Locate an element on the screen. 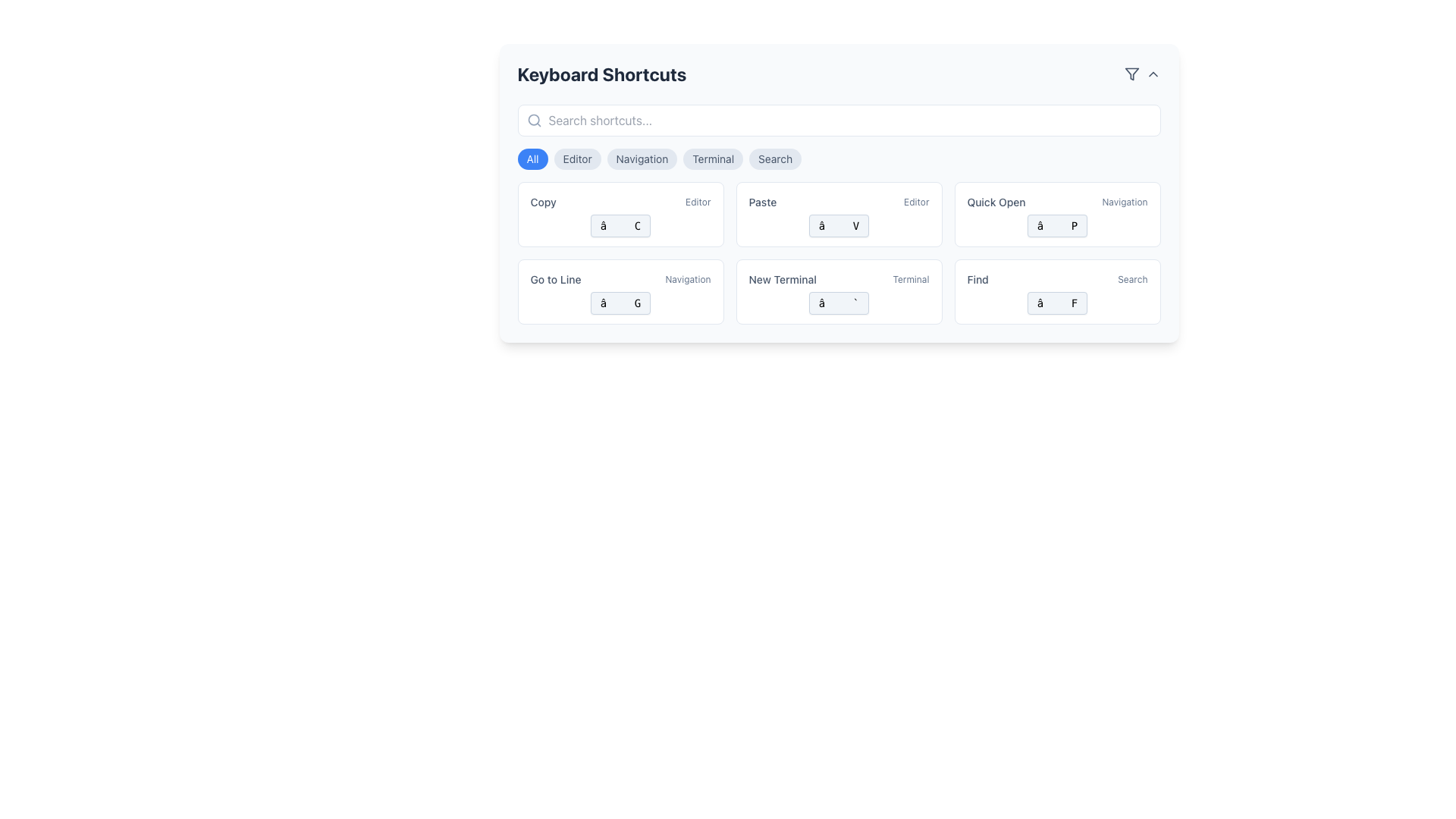 This screenshot has height=819, width=1456. the static text label element displaying 'Find', which is styled in a small font size and slate-gray color, located in the lower-right quadrant of the layout is located at coordinates (977, 280).